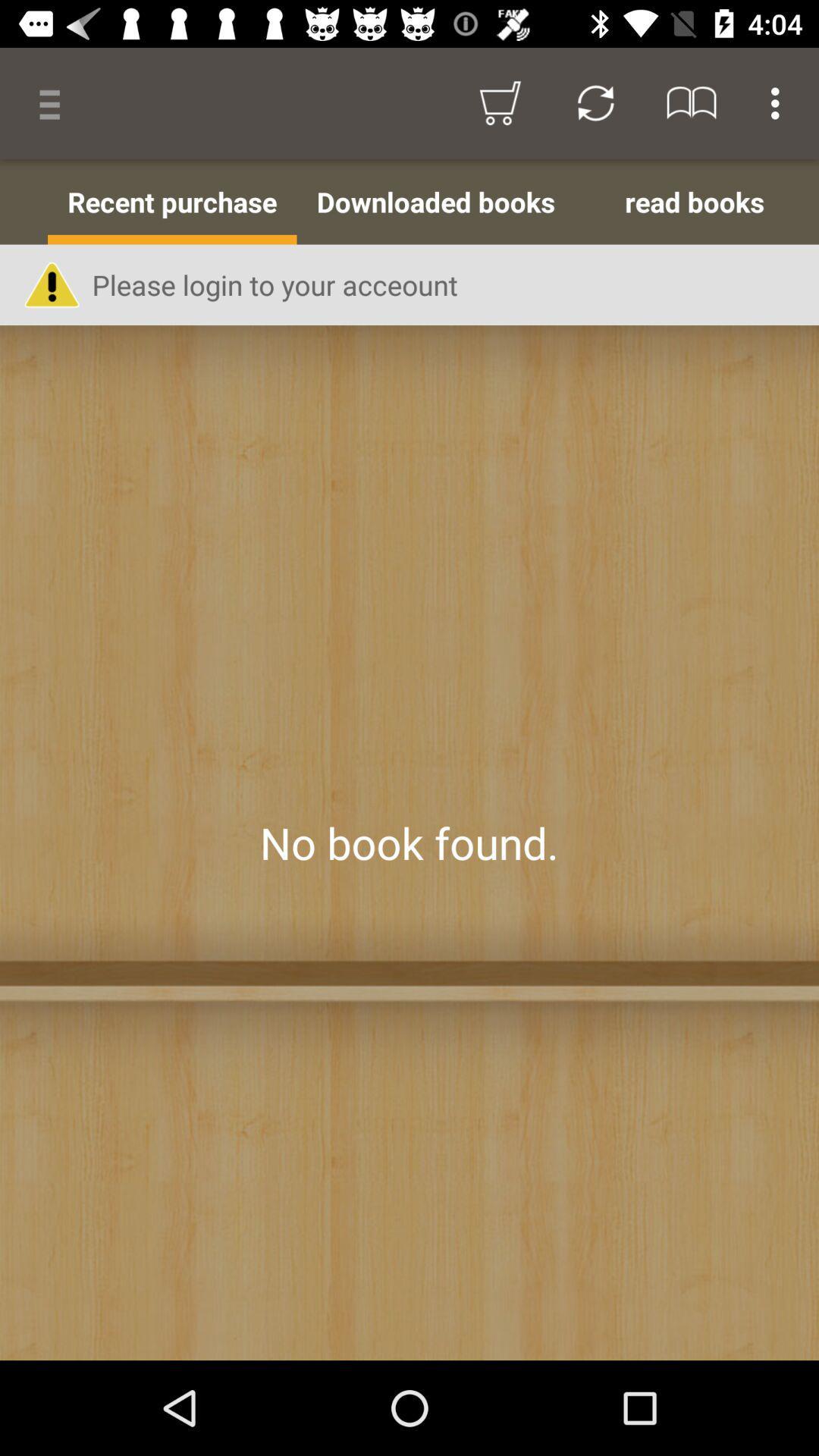 This screenshot has width=819, height=1456. I want to click on the item to the left of the downloaded books, so click(171, 201).